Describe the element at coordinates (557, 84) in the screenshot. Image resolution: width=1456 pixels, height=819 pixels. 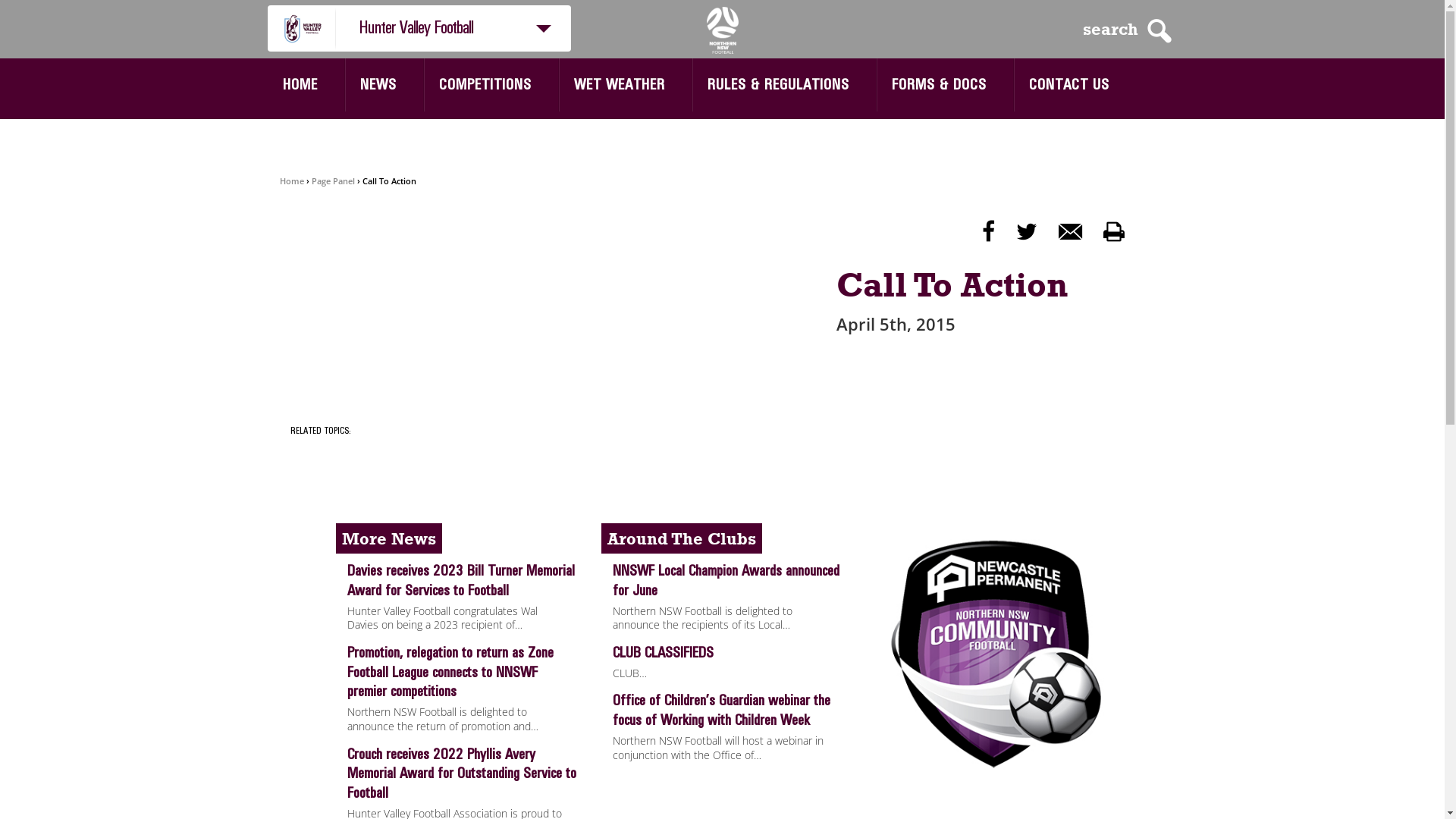
I see `'WET WEATHER'` at that location.